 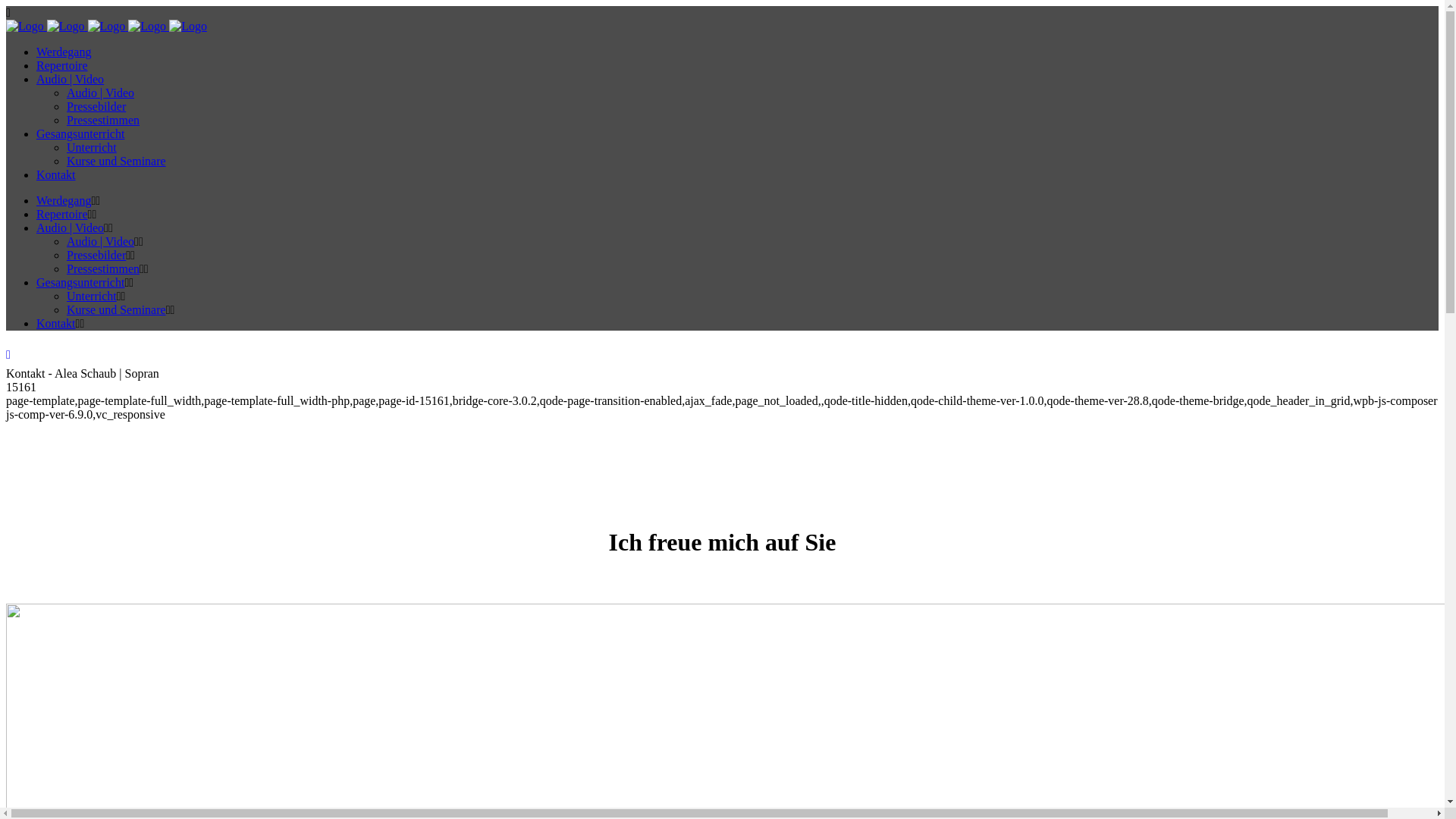 What do you see at coordinates (99, 240) in the screenshot?
I see `'Audio | Video'` at bounding box center [99, 240].